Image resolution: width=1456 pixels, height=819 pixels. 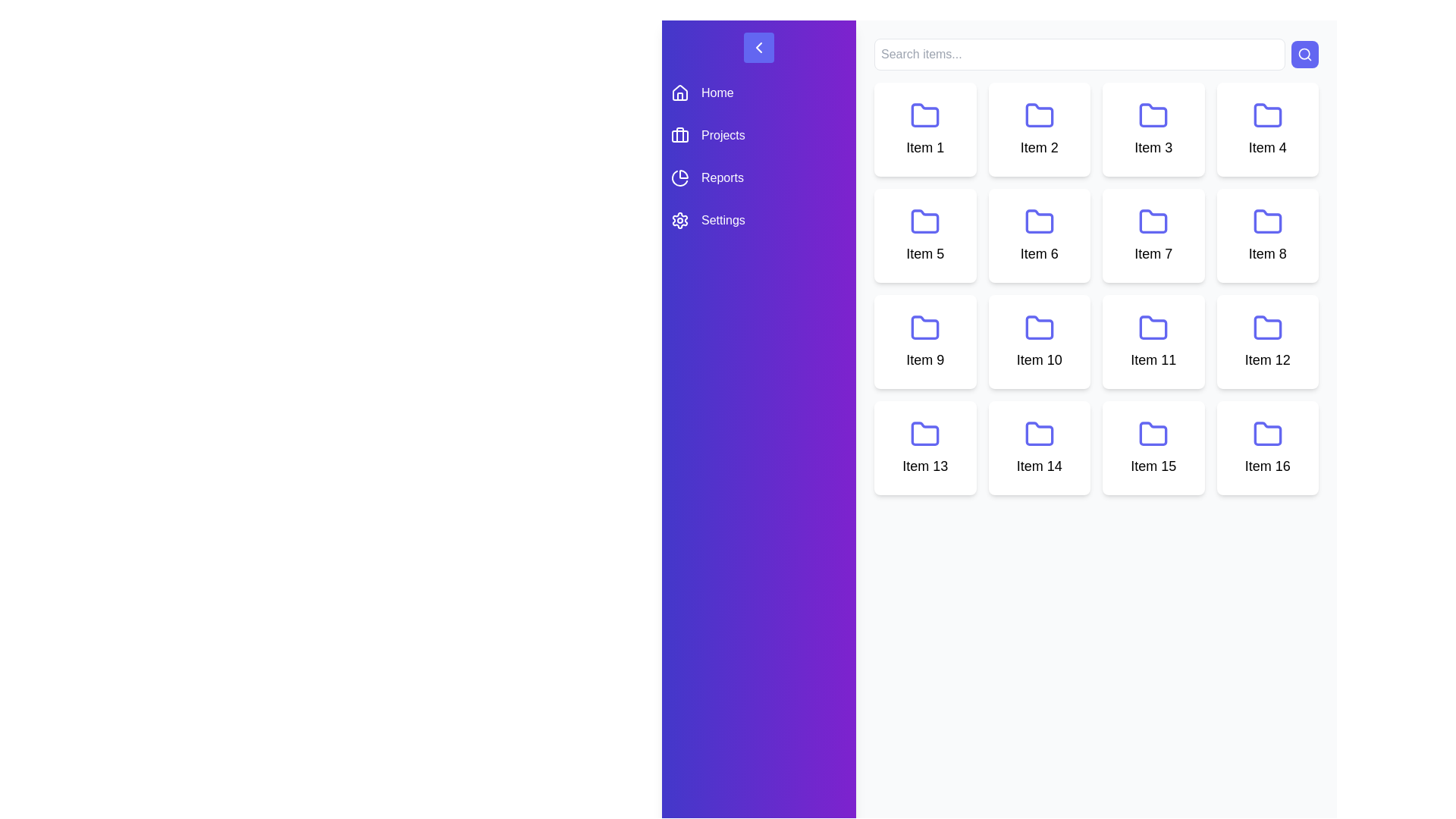 What do you see at coordinates (759, 46) in the screenshot?
I see `arrow button to toggle the sidebar visibility` at bounding box center [759, 46].